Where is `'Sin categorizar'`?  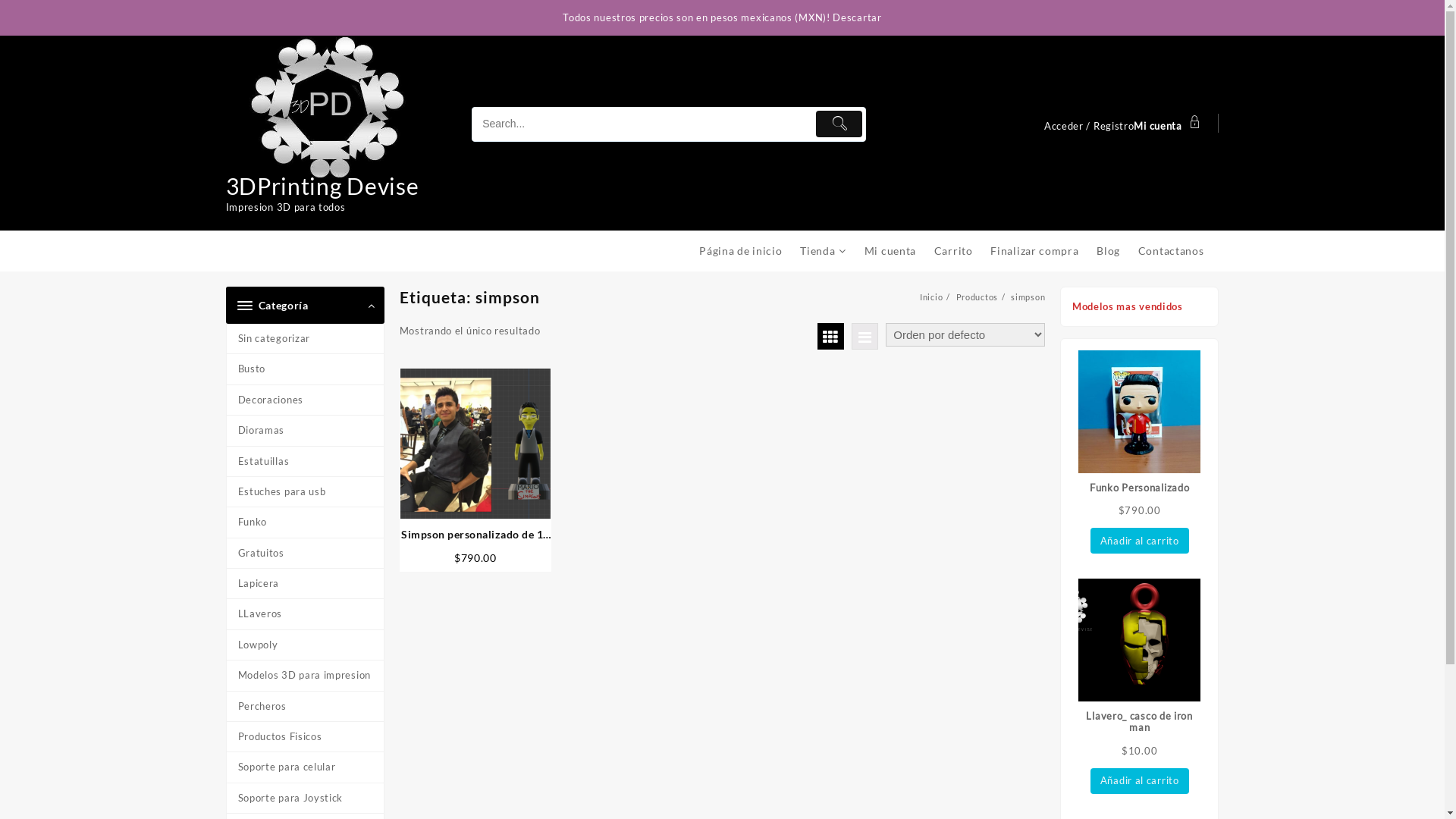
'Sin categorizar' is located at coordinates (304, 338).